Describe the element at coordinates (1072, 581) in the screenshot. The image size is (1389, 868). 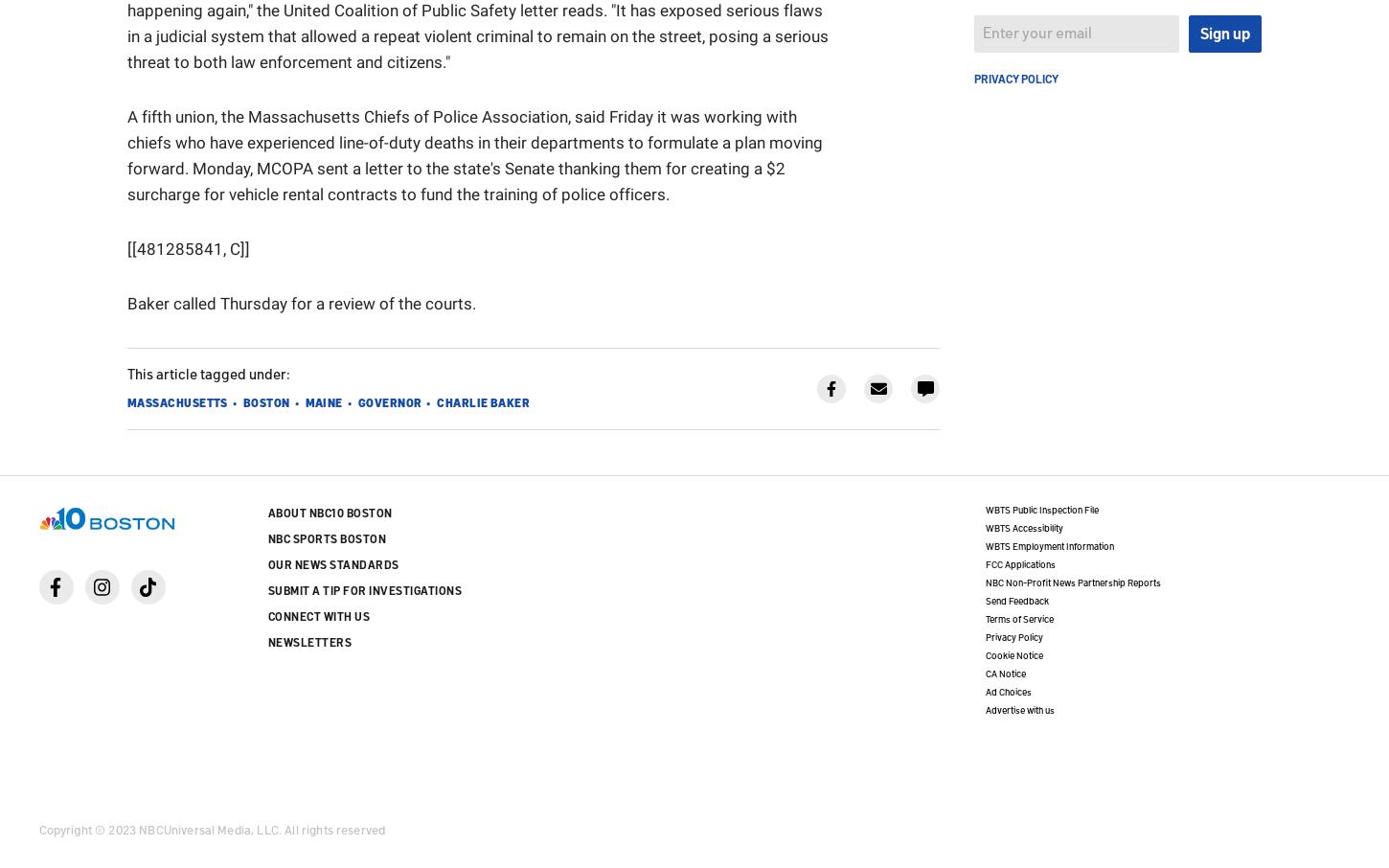
I see `'NBC Non-Profit News Partnership Reports'` at that location.